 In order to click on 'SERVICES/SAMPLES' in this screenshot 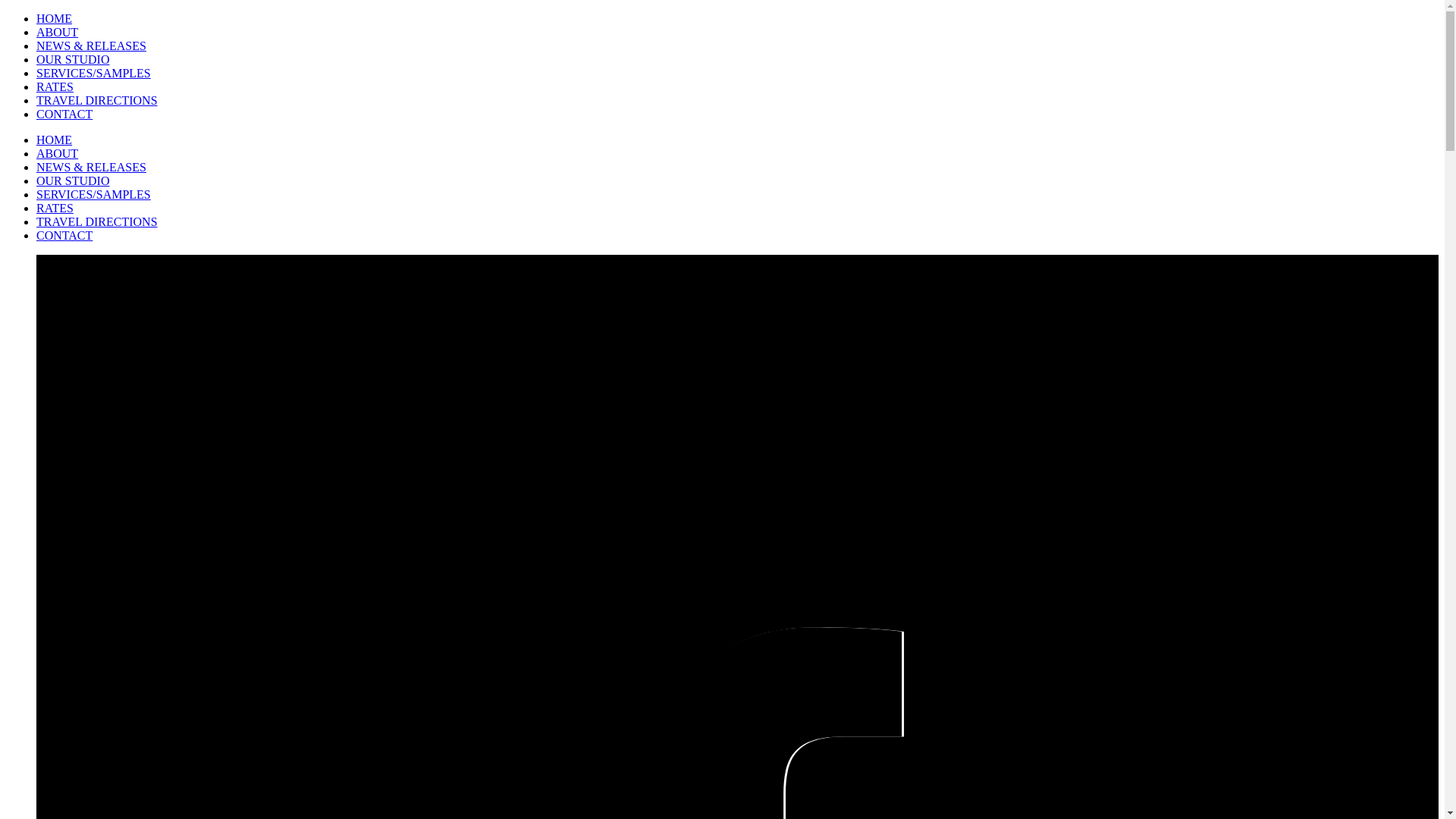, I will do `click(93, 73)`.